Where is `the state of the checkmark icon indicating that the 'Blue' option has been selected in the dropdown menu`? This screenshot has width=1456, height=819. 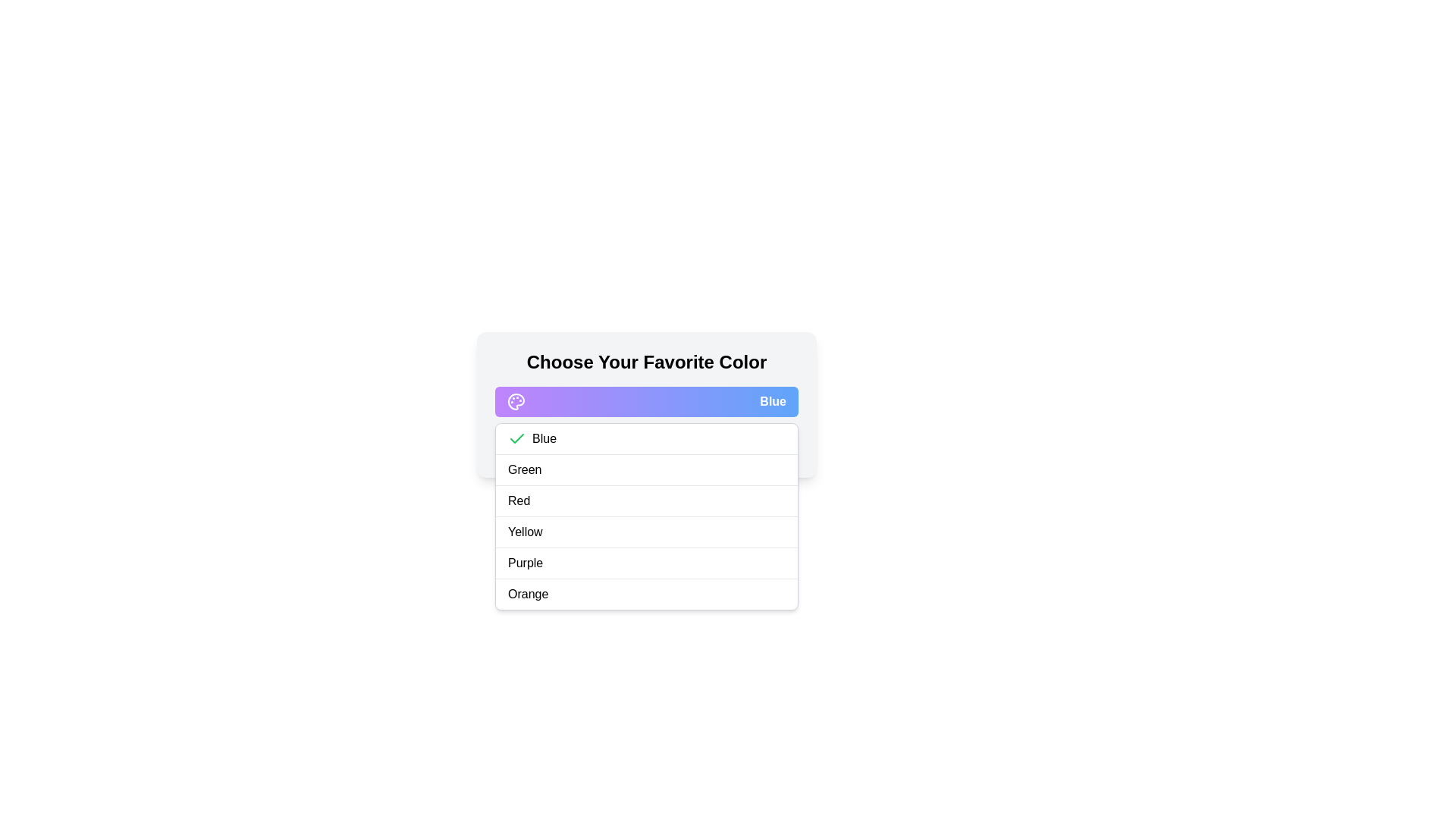 the state of the checkmark icon indicating that the 'Blue' option has been selected in the dropdown menu is located at coordinates (516, 438).